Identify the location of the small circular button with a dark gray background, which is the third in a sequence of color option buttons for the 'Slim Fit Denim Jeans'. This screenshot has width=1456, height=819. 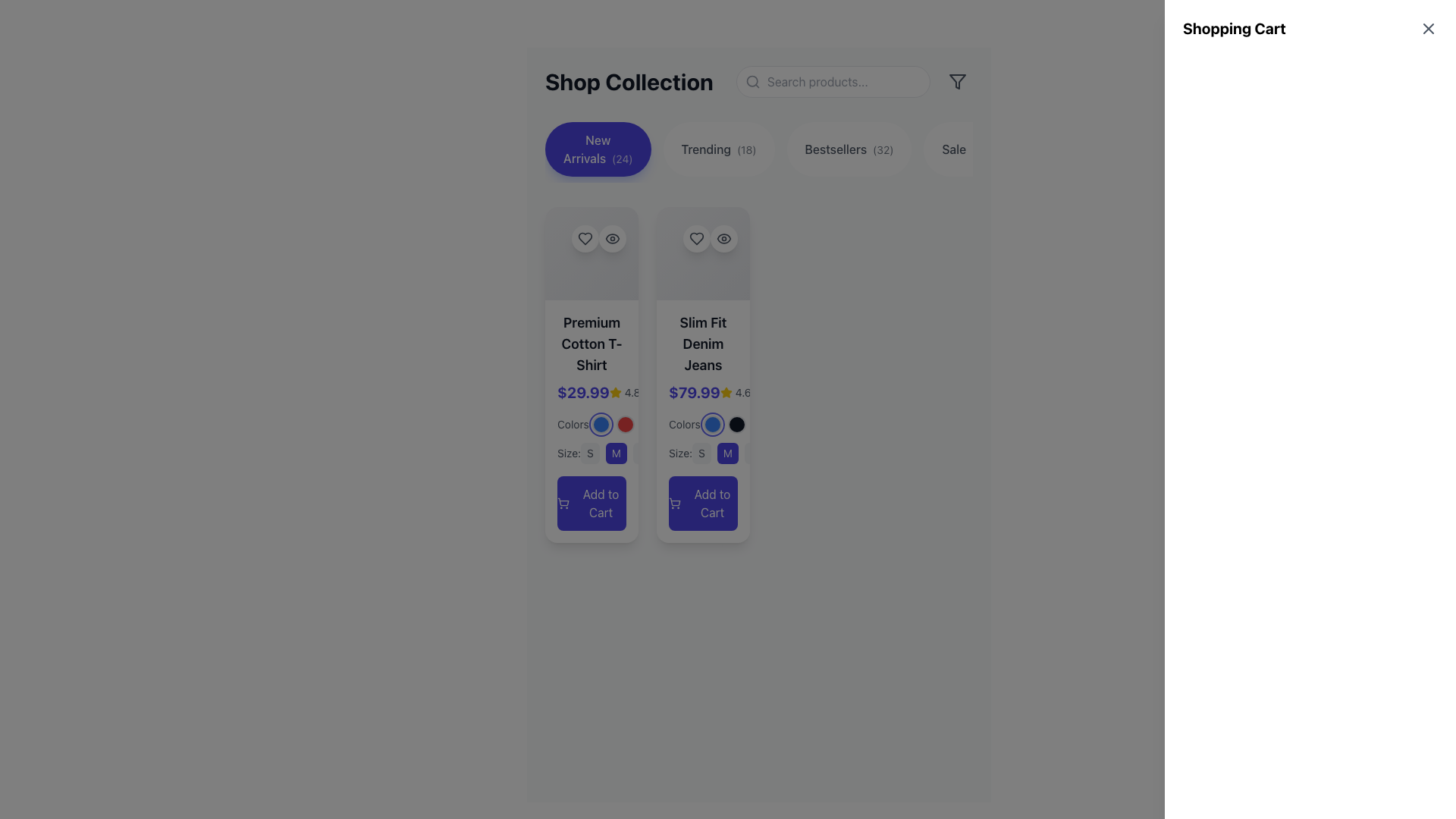
(649, 424).